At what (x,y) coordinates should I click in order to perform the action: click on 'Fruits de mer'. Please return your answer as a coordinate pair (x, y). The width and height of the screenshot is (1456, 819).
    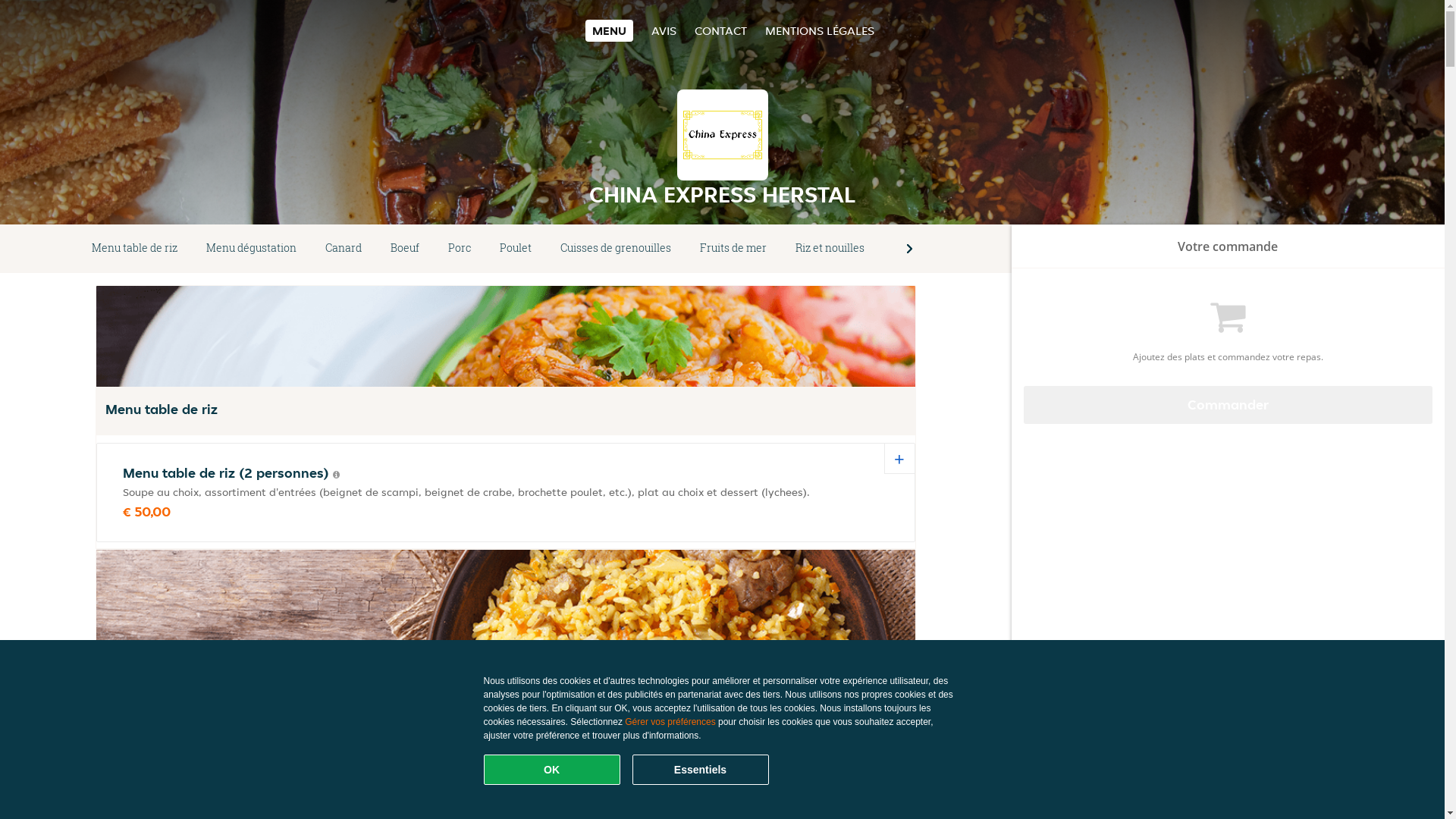
    Looking at the image, I should click on (733, 247).